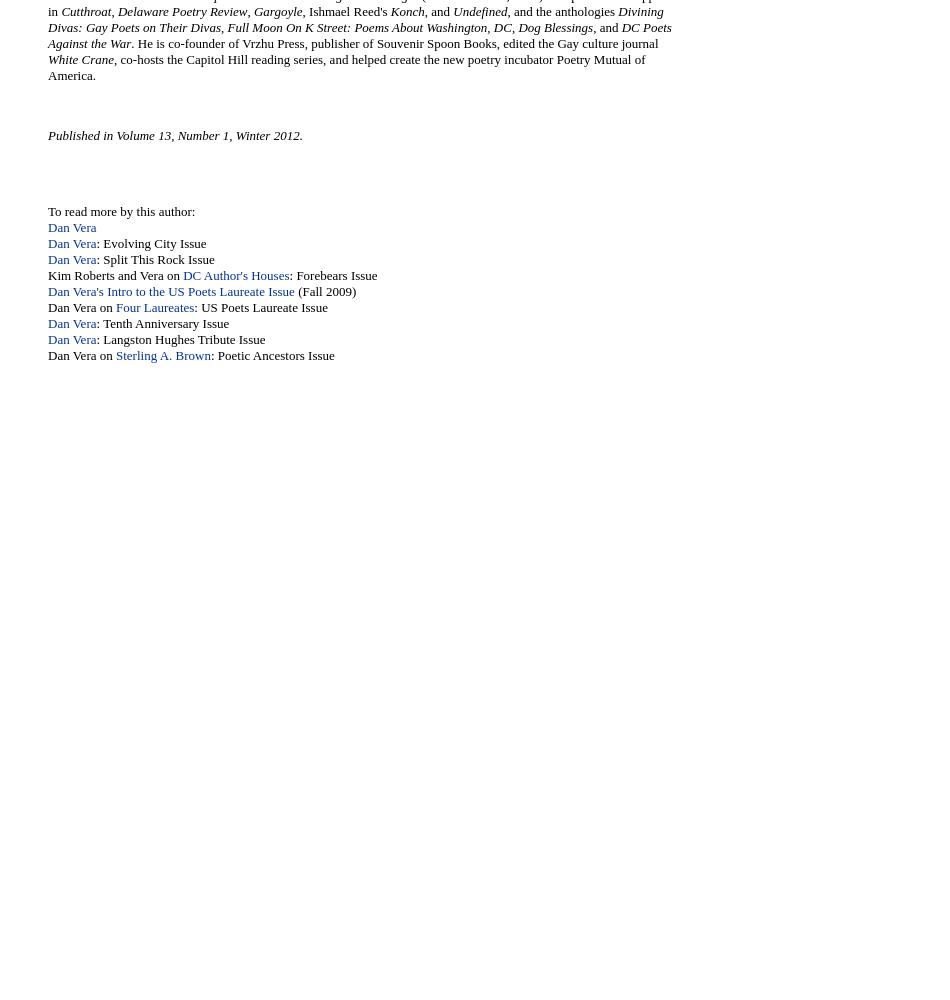  Describe the element at coordinates (182, 275) in the screenshot. I see `'DC 
          Author's Houses'` at that location.